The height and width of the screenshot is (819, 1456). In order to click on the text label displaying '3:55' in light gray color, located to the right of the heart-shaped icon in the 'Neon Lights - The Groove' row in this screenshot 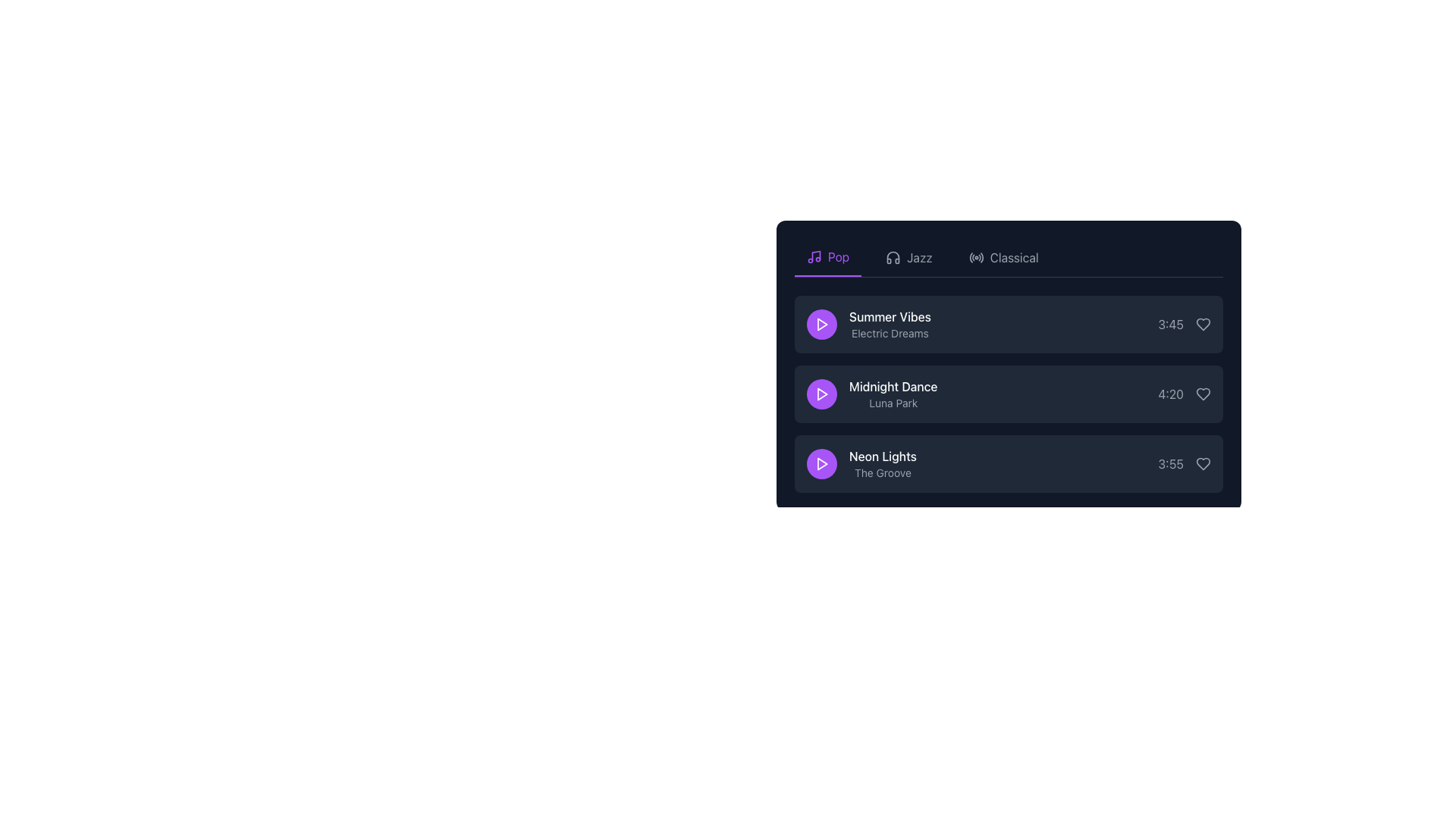, I will do `click(1184, 463)`.